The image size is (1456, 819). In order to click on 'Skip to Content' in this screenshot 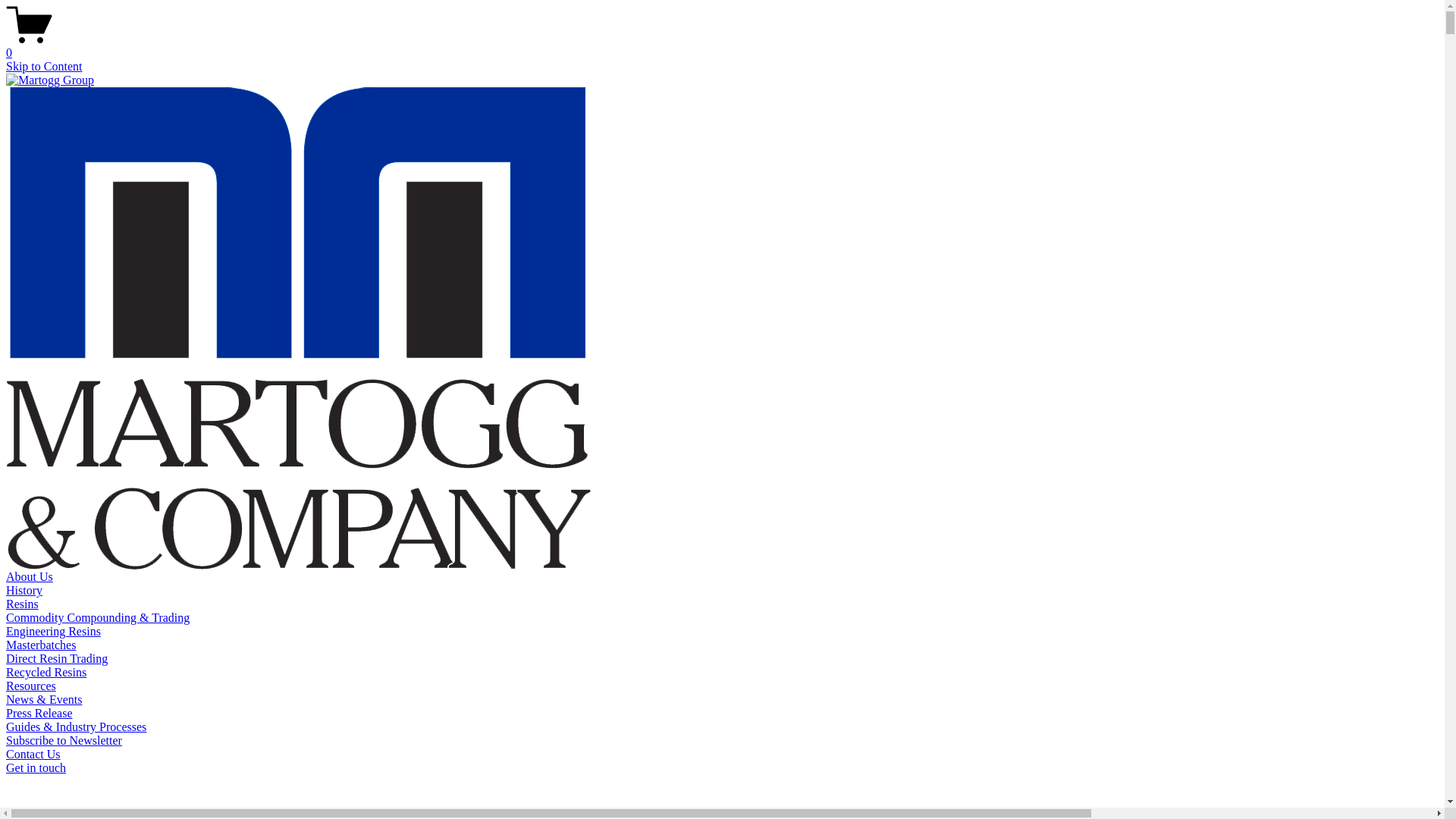, I will do `click(43, 65)`.